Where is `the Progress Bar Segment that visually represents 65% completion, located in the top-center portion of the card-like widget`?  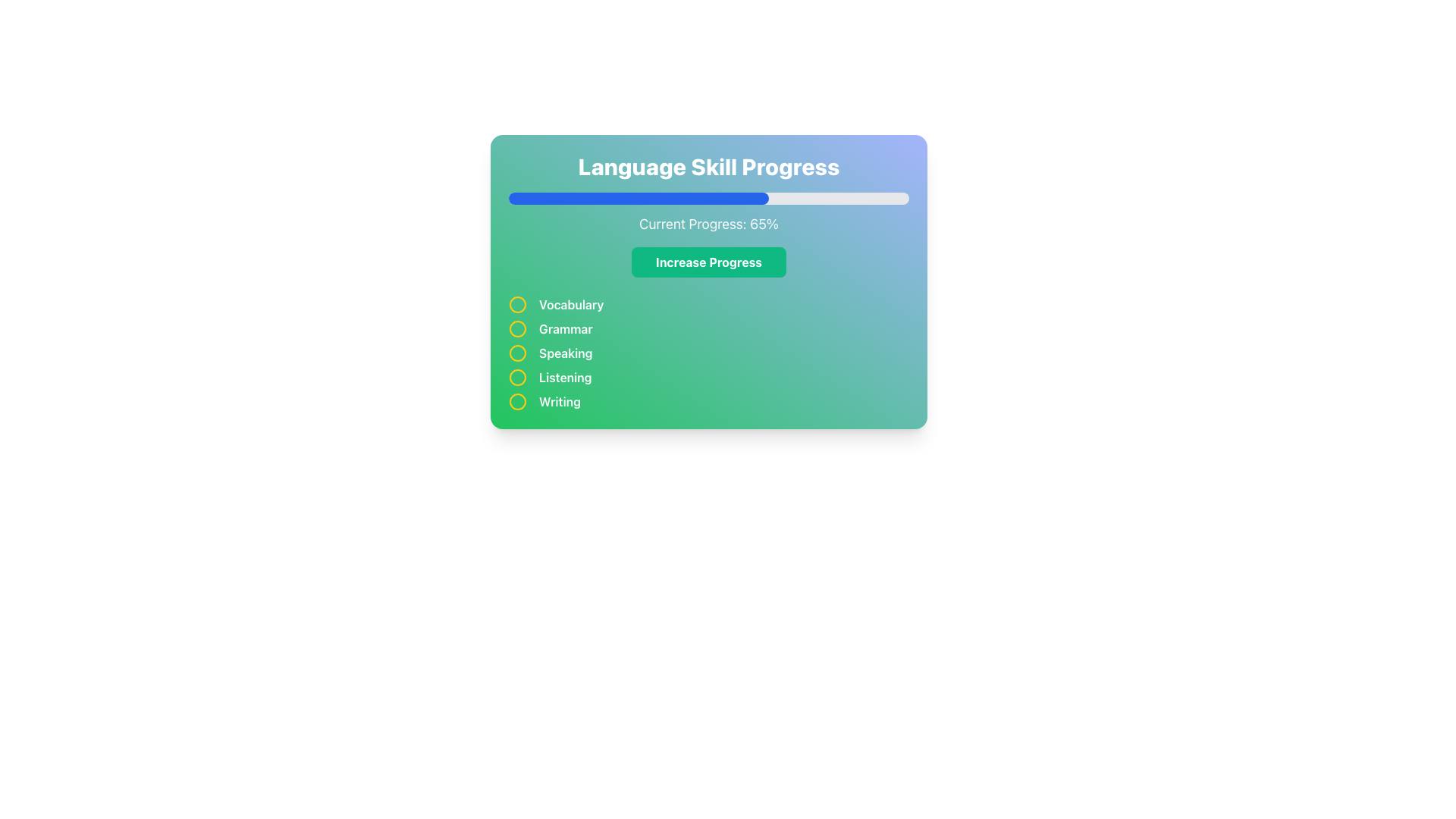 the Progress Bar Segment that visually represents 65% completion, located in the top-center portion of the card-like widget is located at coordinates (639, 198).